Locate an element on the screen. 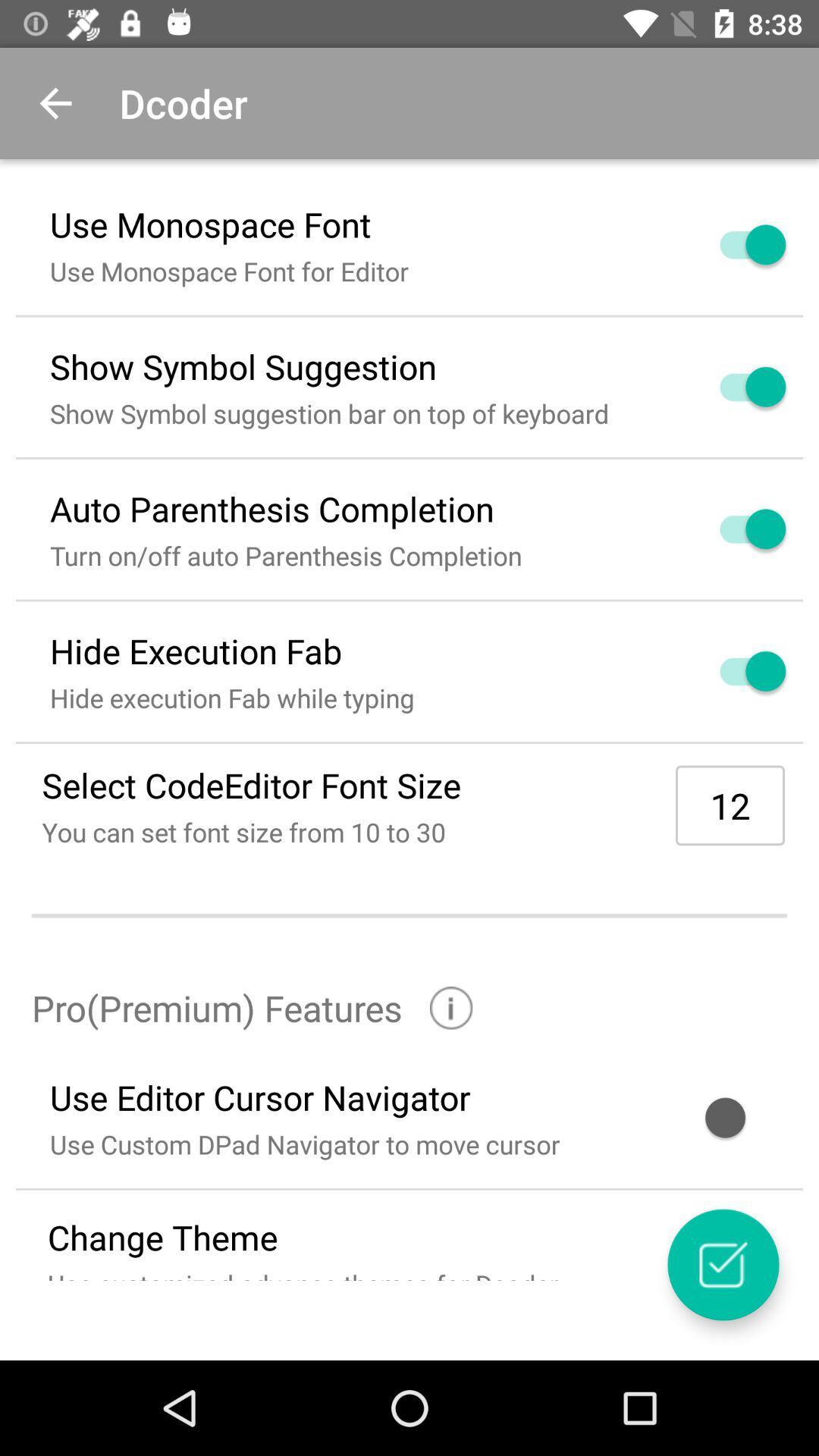 The image size is (819, 1456). item to the right of show symbol suggestion is located at coordinates (734, 387).